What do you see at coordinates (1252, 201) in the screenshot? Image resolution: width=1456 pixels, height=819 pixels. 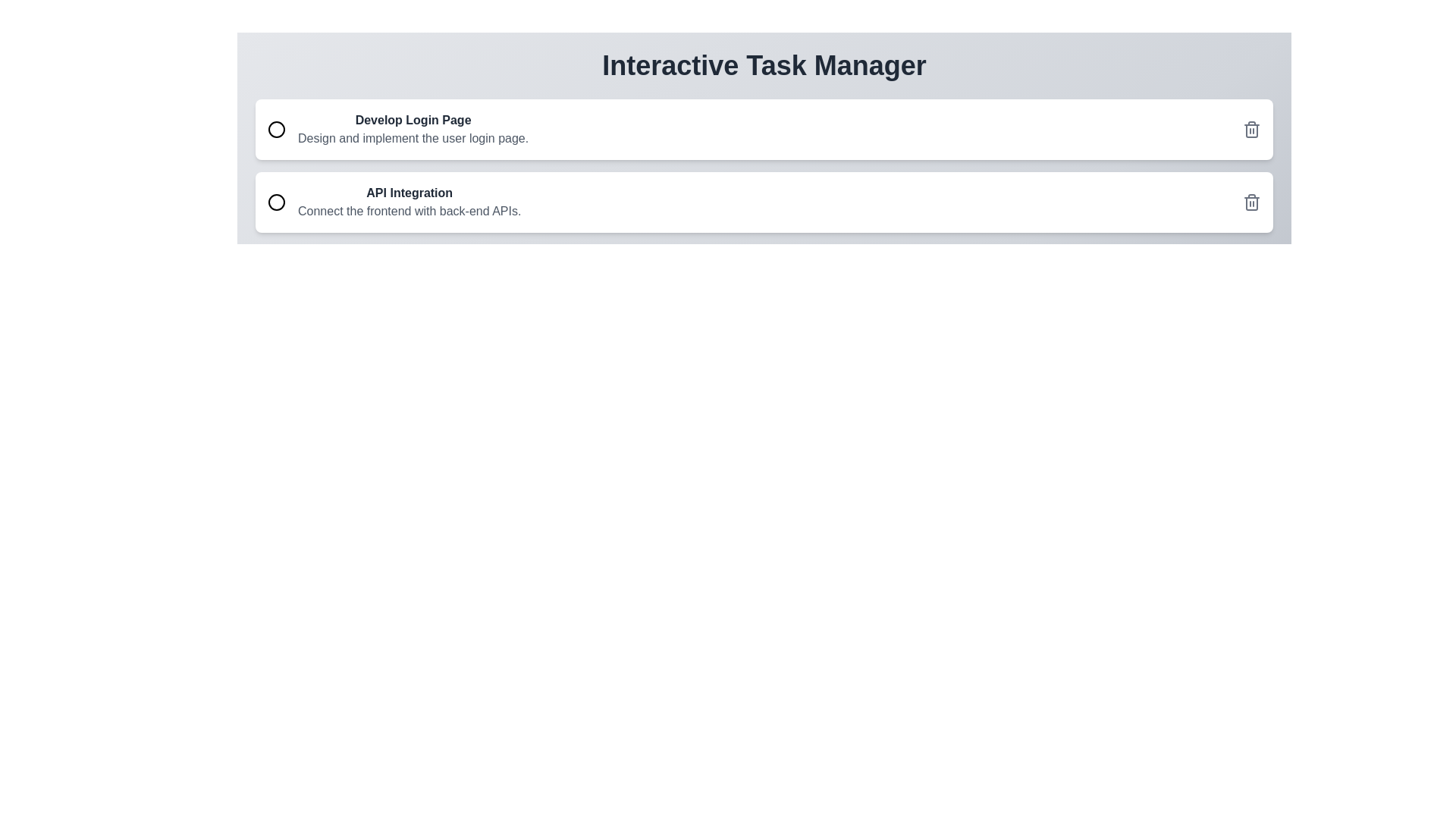 I see `delete button for the task titled API Integration` at bounding box center [1252, 201].